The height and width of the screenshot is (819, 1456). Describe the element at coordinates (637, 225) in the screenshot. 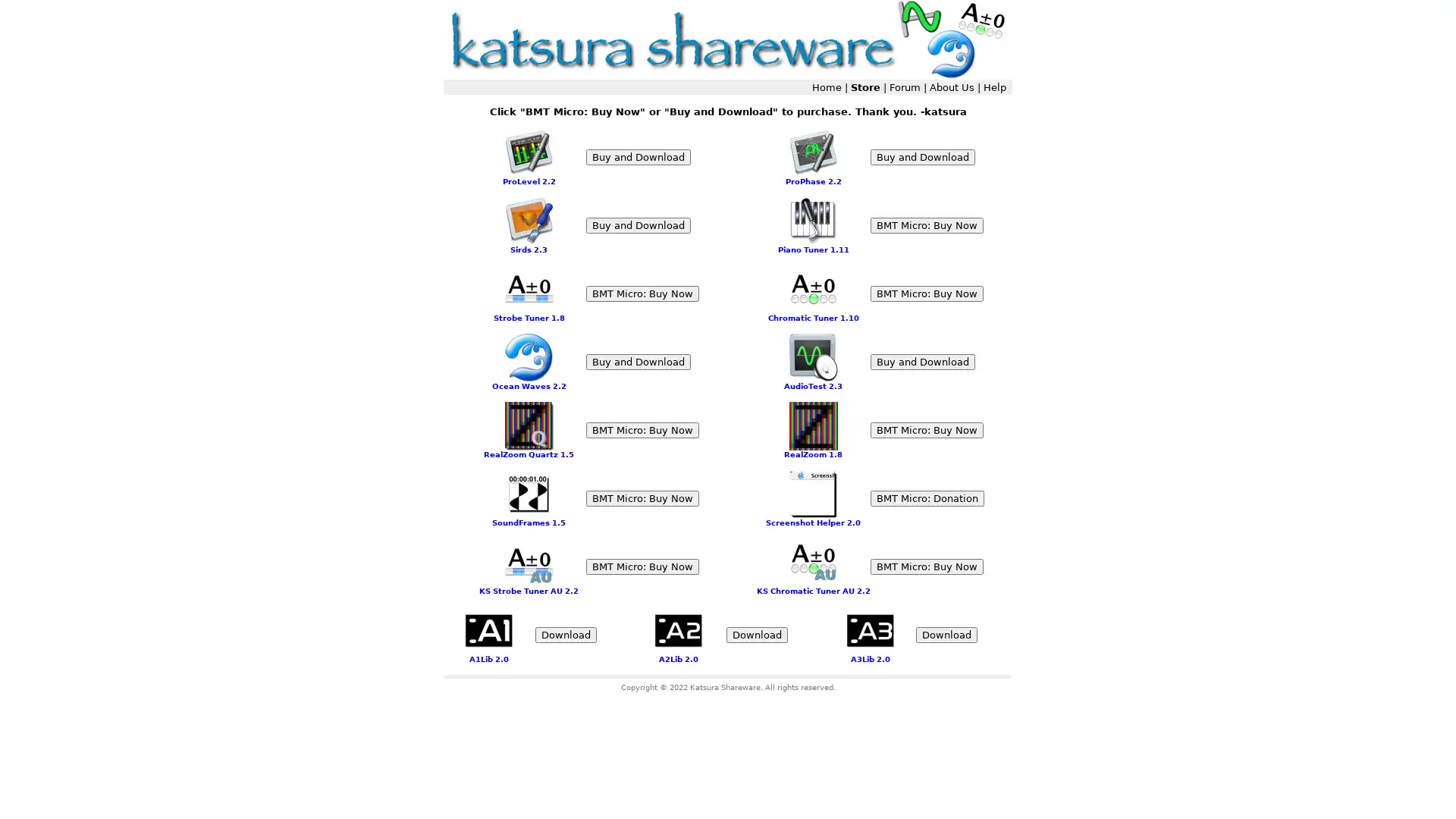

I see `Buy and Download` at that location.